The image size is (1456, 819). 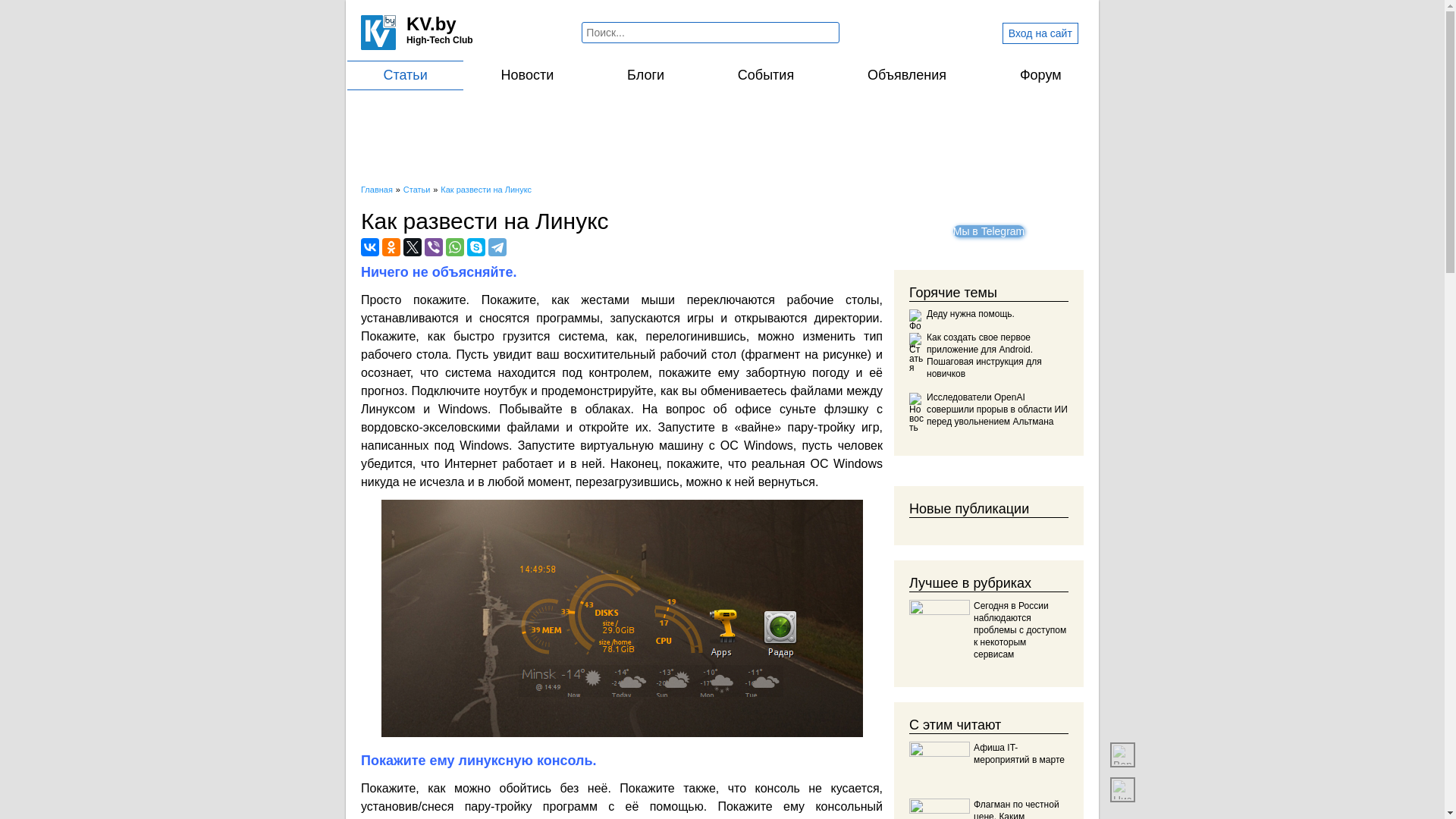 What do you see at coordinates (488, 246) in the screenshot?
I see `'Telegram'` at bounding box center [488, 246].